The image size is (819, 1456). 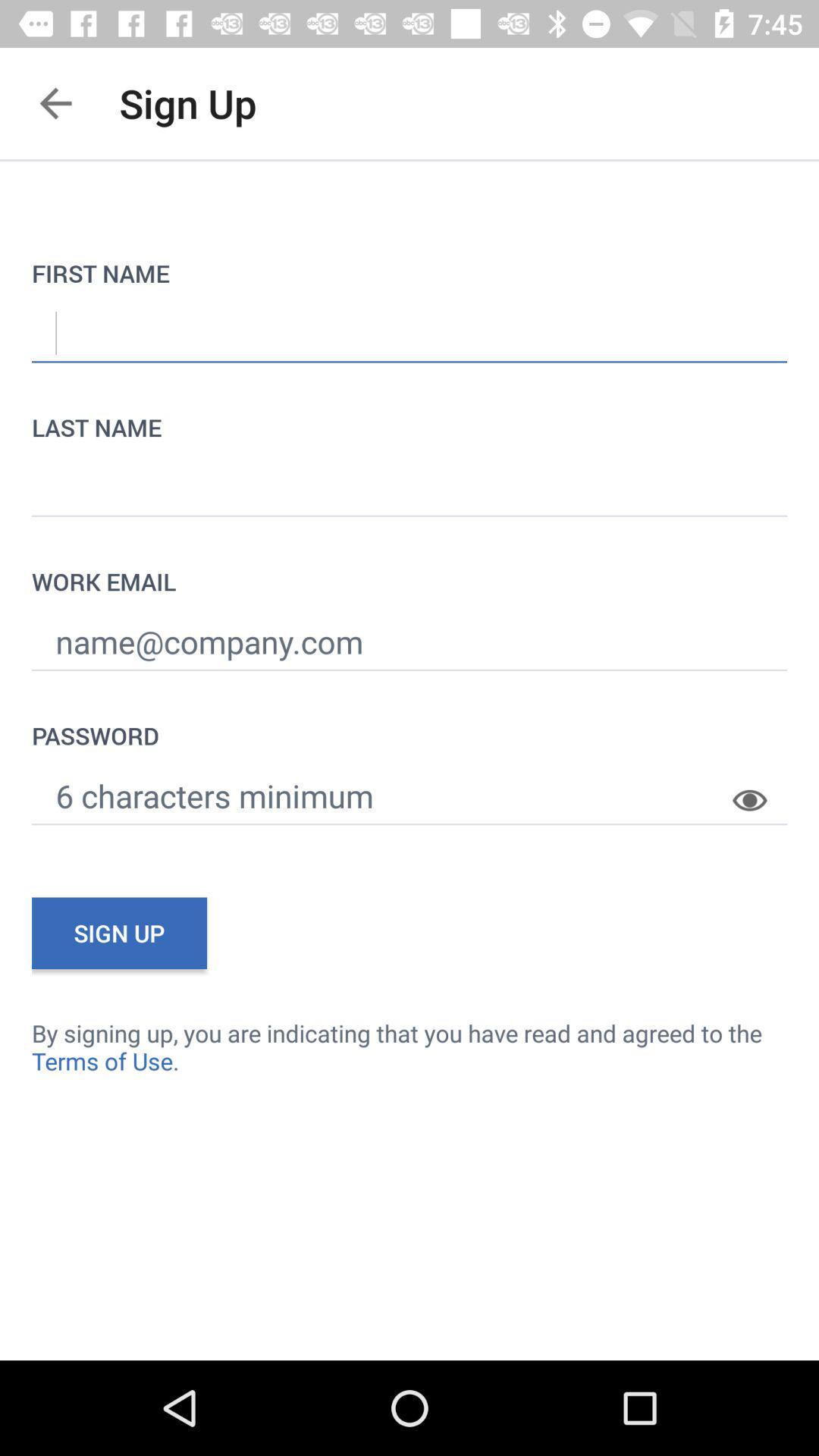 What do you see at coordinates (55, 102) in the screenshot?
I see `app next to the sign up icon` at bounding box center [55, 102].